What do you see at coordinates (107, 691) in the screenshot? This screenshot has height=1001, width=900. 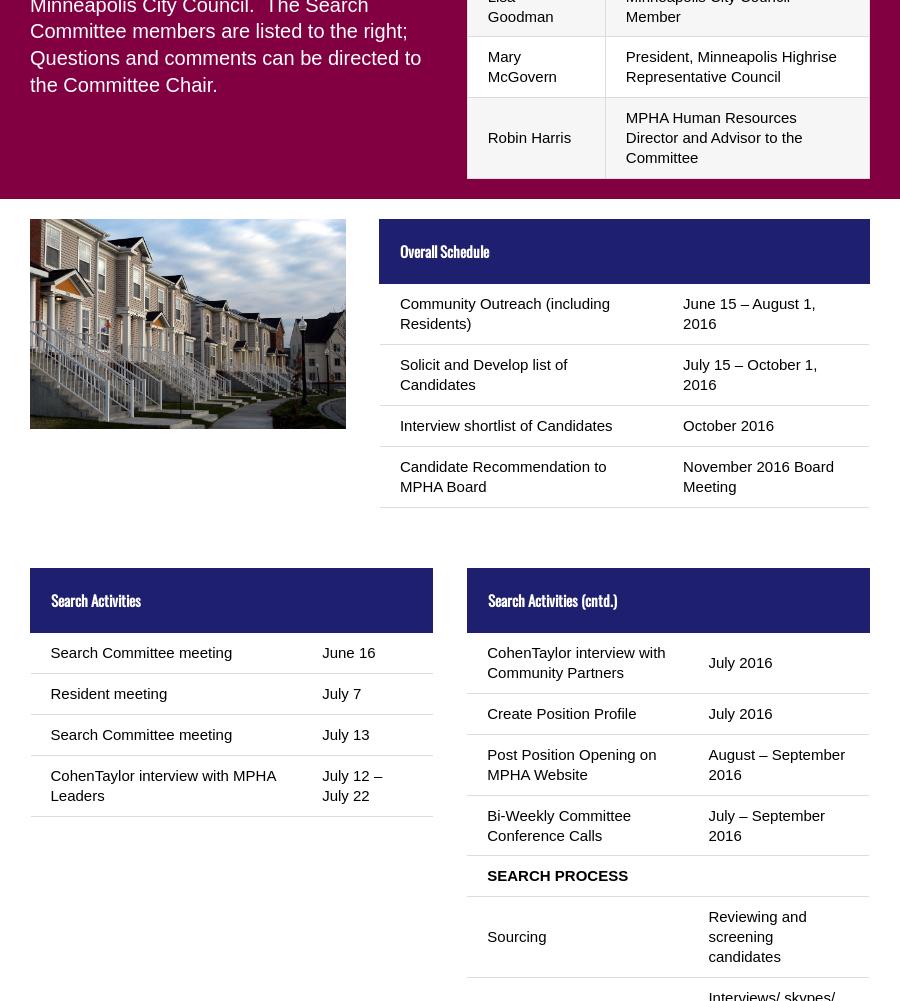 I see `'Resident meeting'` at bounding box center [107, 691].